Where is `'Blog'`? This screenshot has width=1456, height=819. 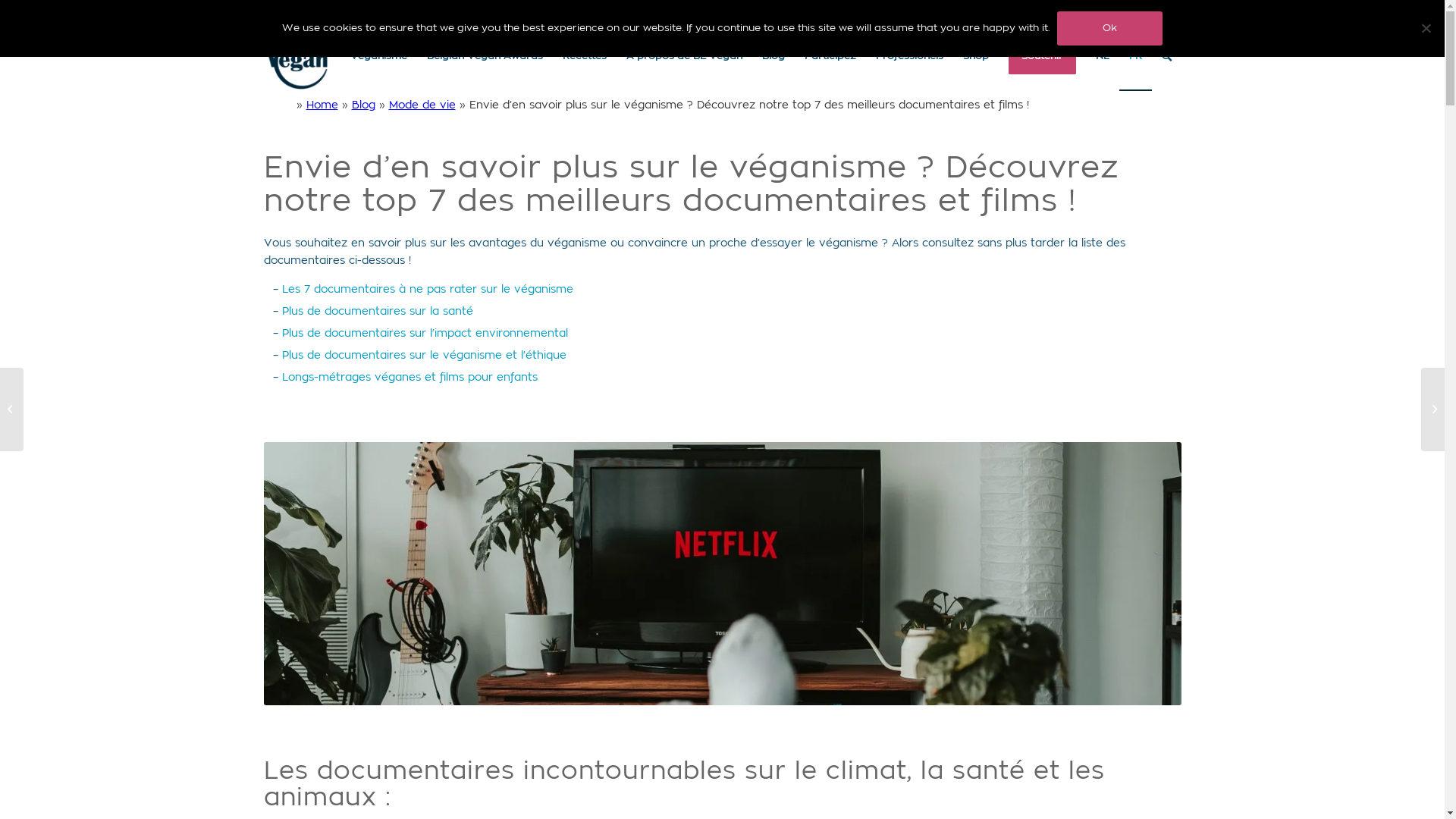
'Blog' is located at coordinates (773, 55).